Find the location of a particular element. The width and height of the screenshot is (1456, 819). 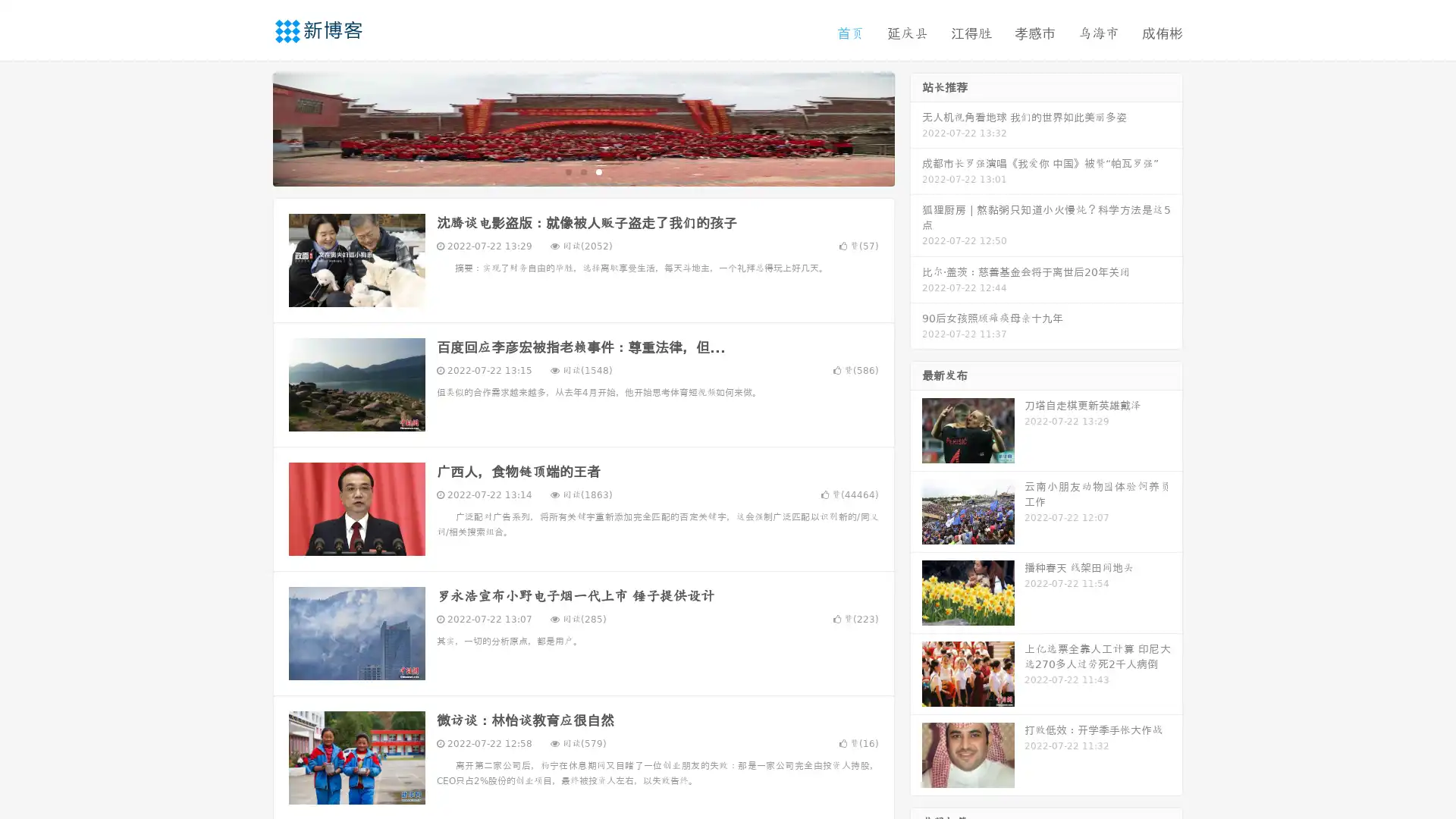

Next slide is located at coordinates (916, 127).